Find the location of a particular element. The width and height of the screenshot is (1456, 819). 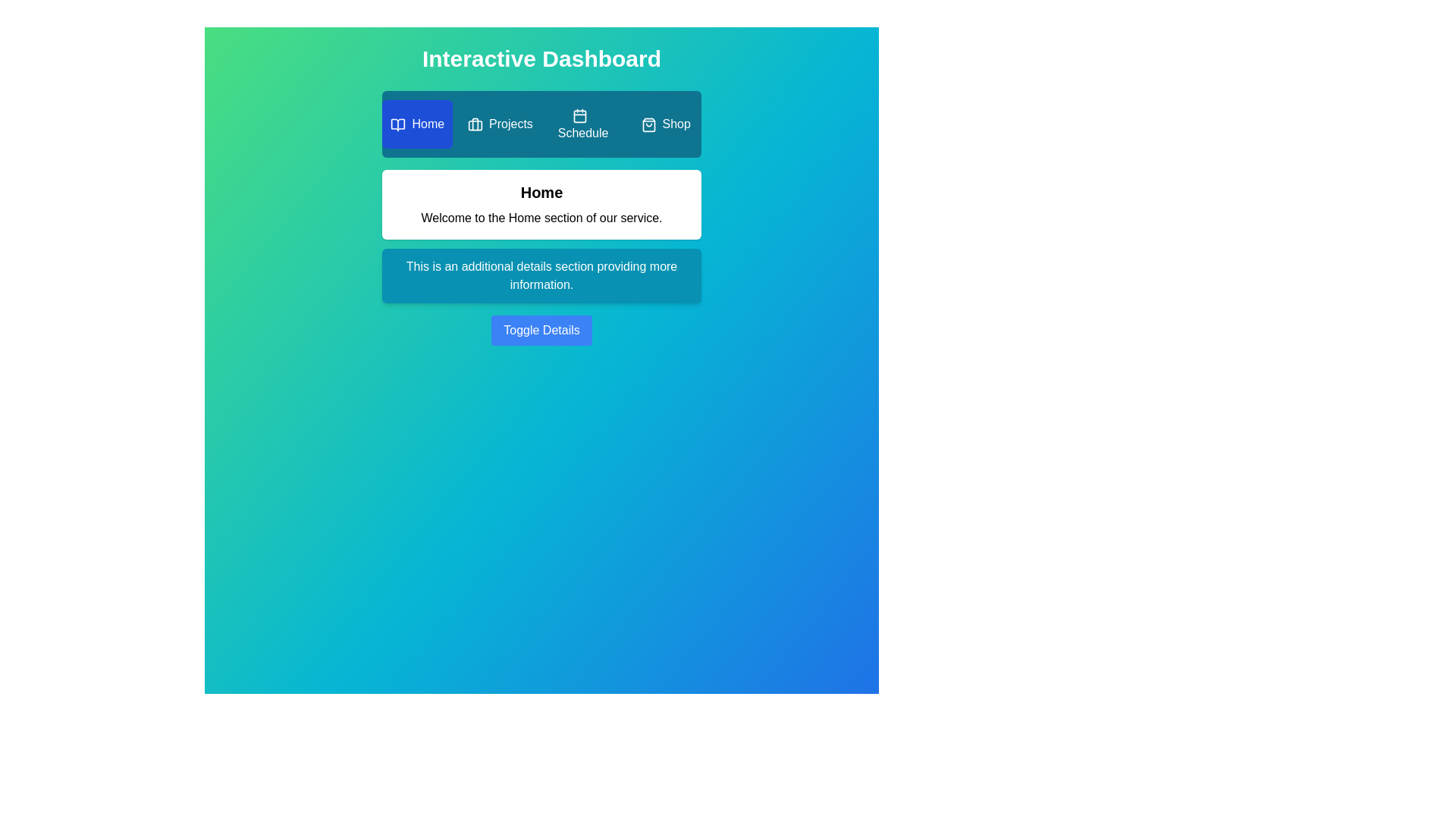

the Home tab by clicking on it is located at coordinates (417, 124).